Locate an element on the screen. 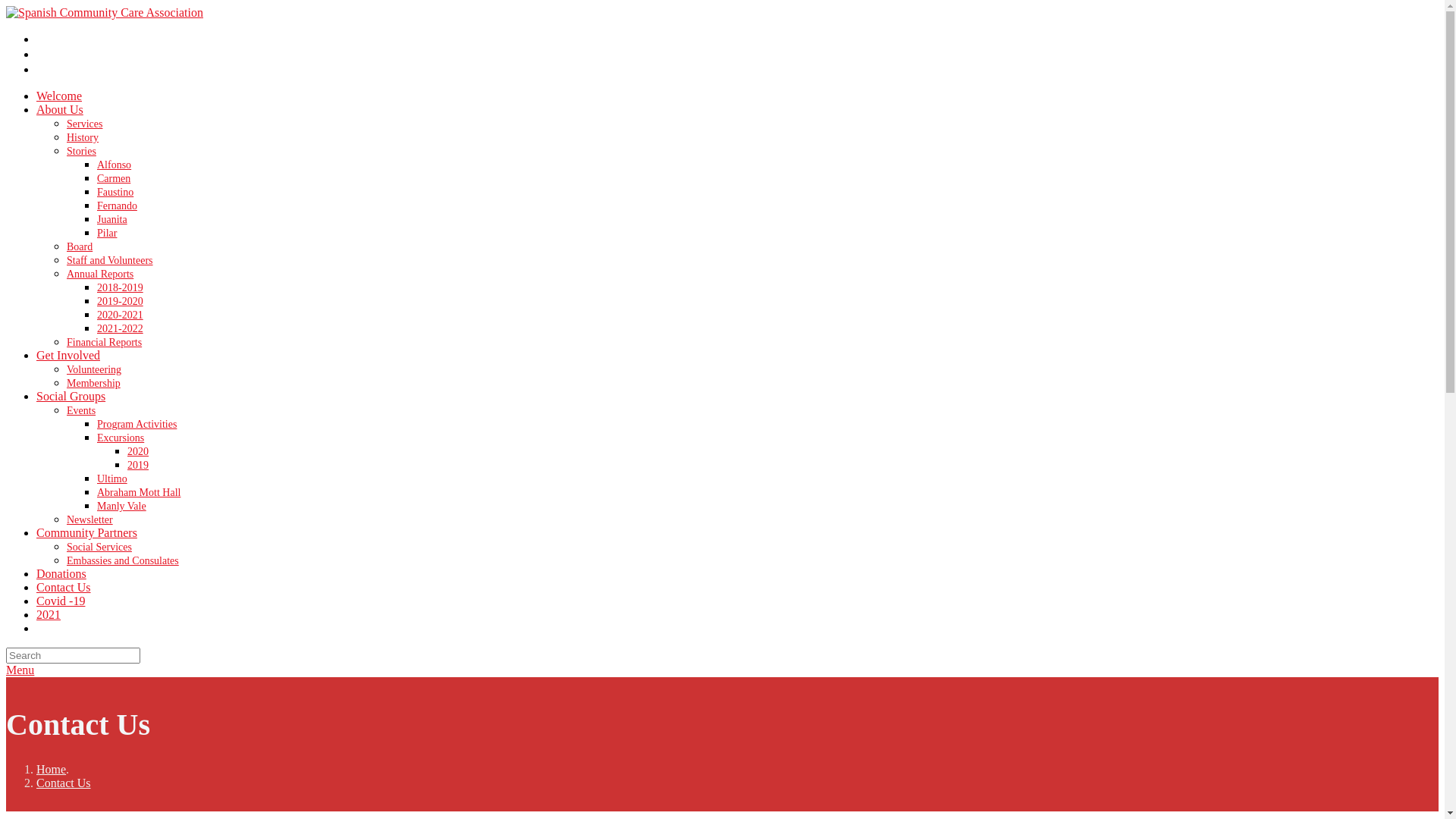 Image resolution: width=1456 pixels, height=819 pixels. 'Embassies and Consulates' is located at coordinates (123, 560).